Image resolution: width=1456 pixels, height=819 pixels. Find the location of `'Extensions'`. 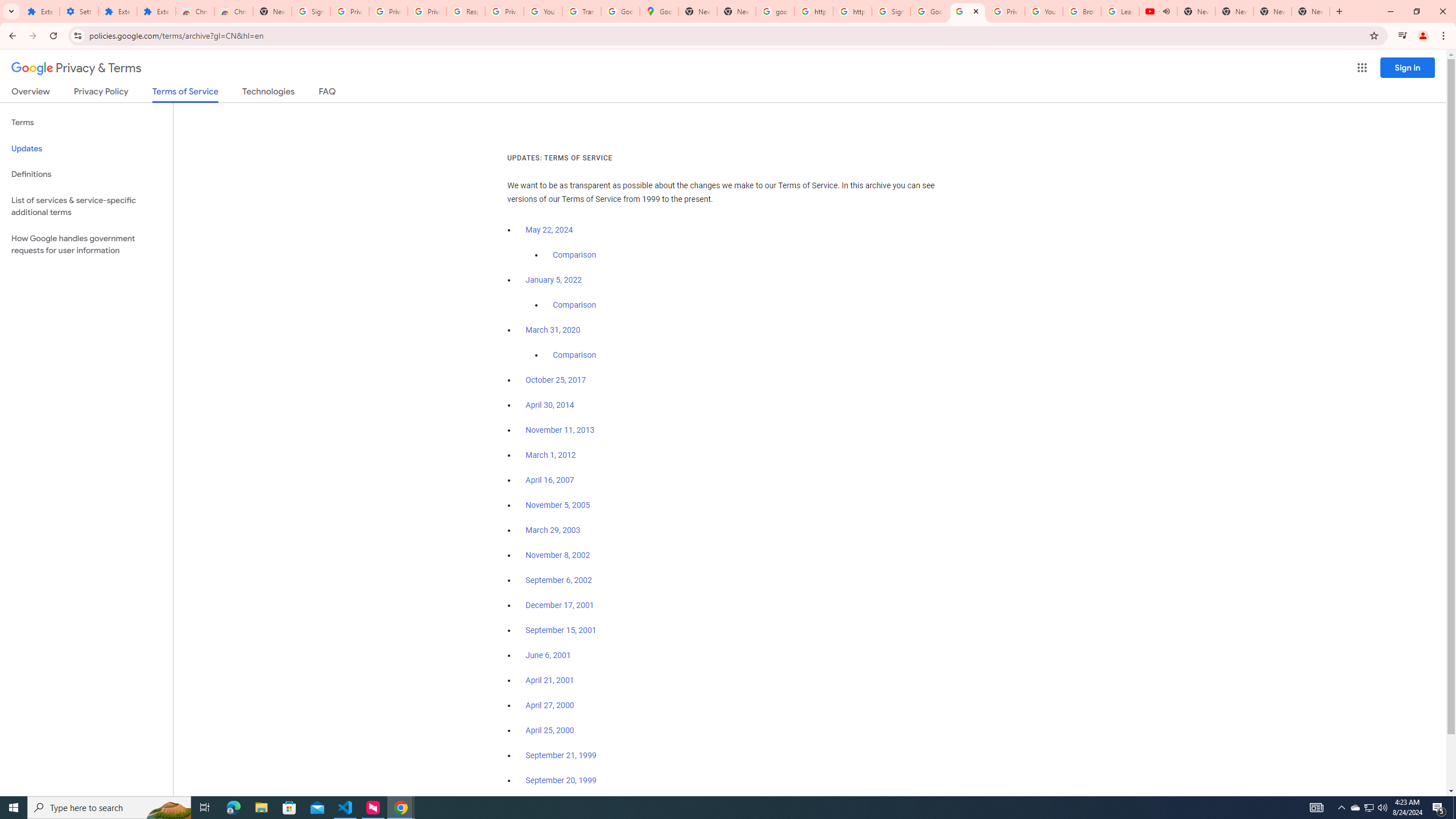

'Extensions' is located at coordinates (156, 11).